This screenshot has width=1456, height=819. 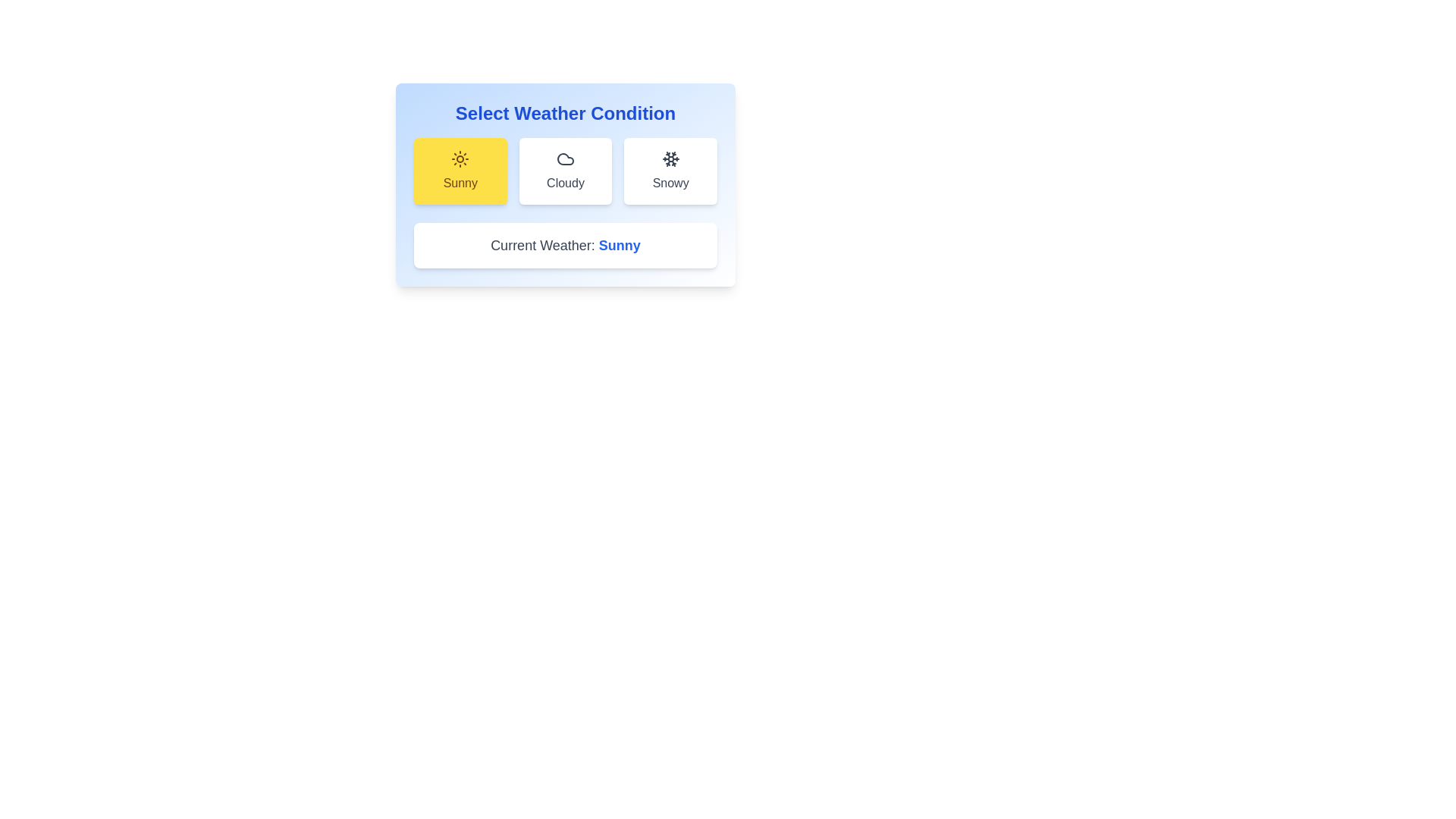 What do you see at coordinates (564, 245) in the screenshot?
I see `the Text Display Label that shows the currently selected weather condition, positioned centrally below the weather selection options` at bounding box center [564, 245].